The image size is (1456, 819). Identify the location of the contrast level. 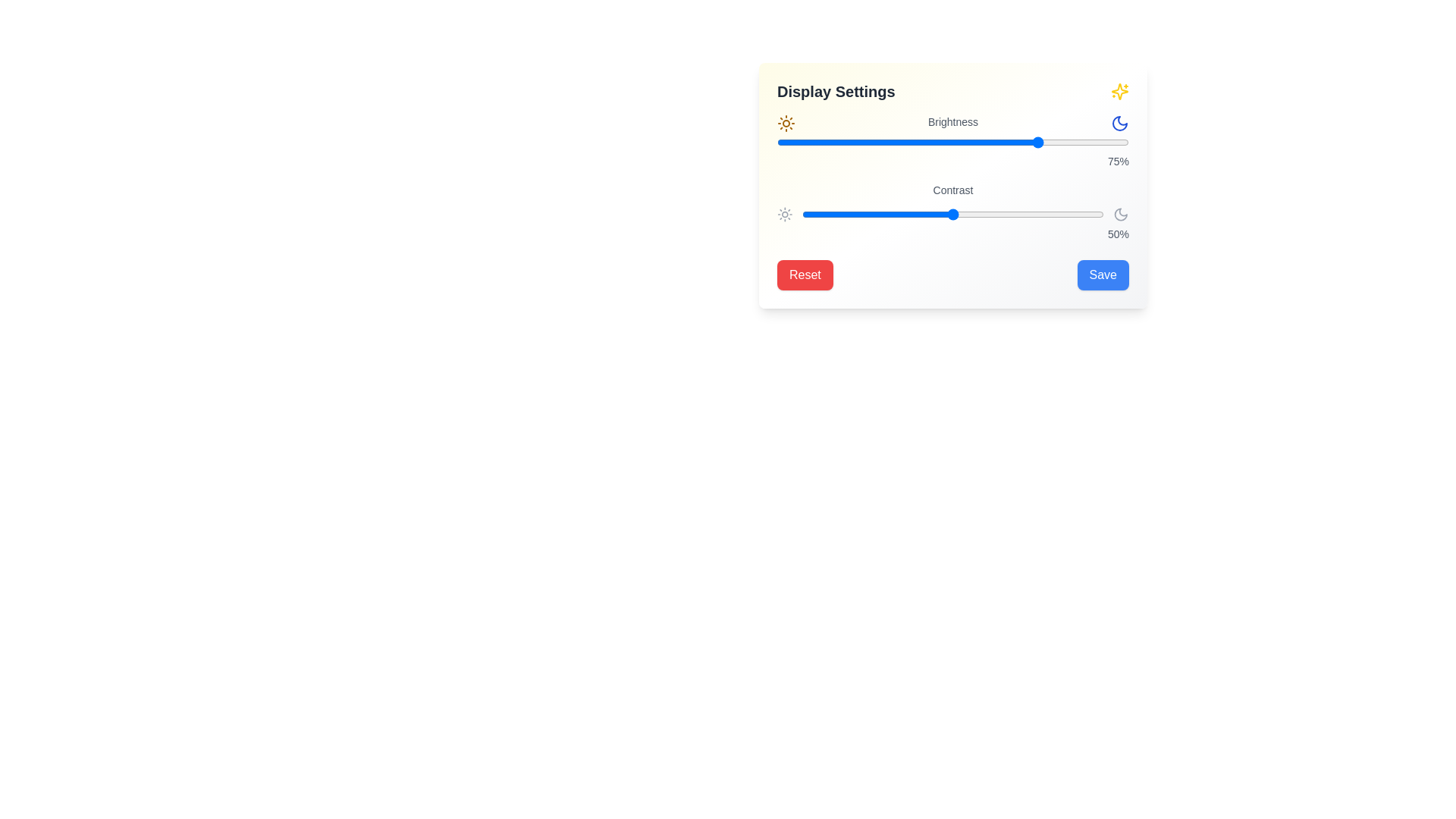
(946, 214).